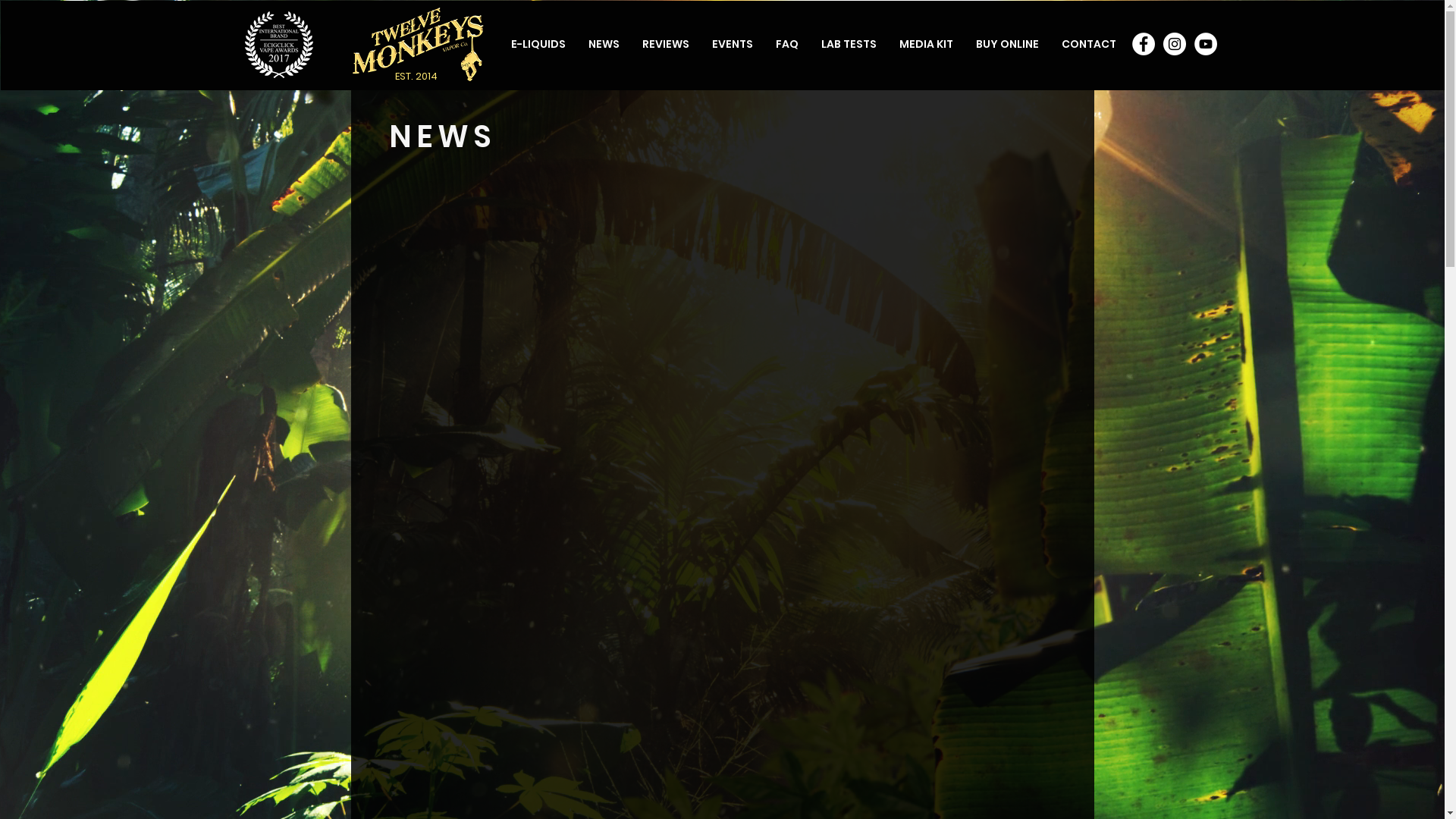 Image resolution: width=1456 pixels, height=819 pixels. I want to click on 'FAQ', so click(786, 42).